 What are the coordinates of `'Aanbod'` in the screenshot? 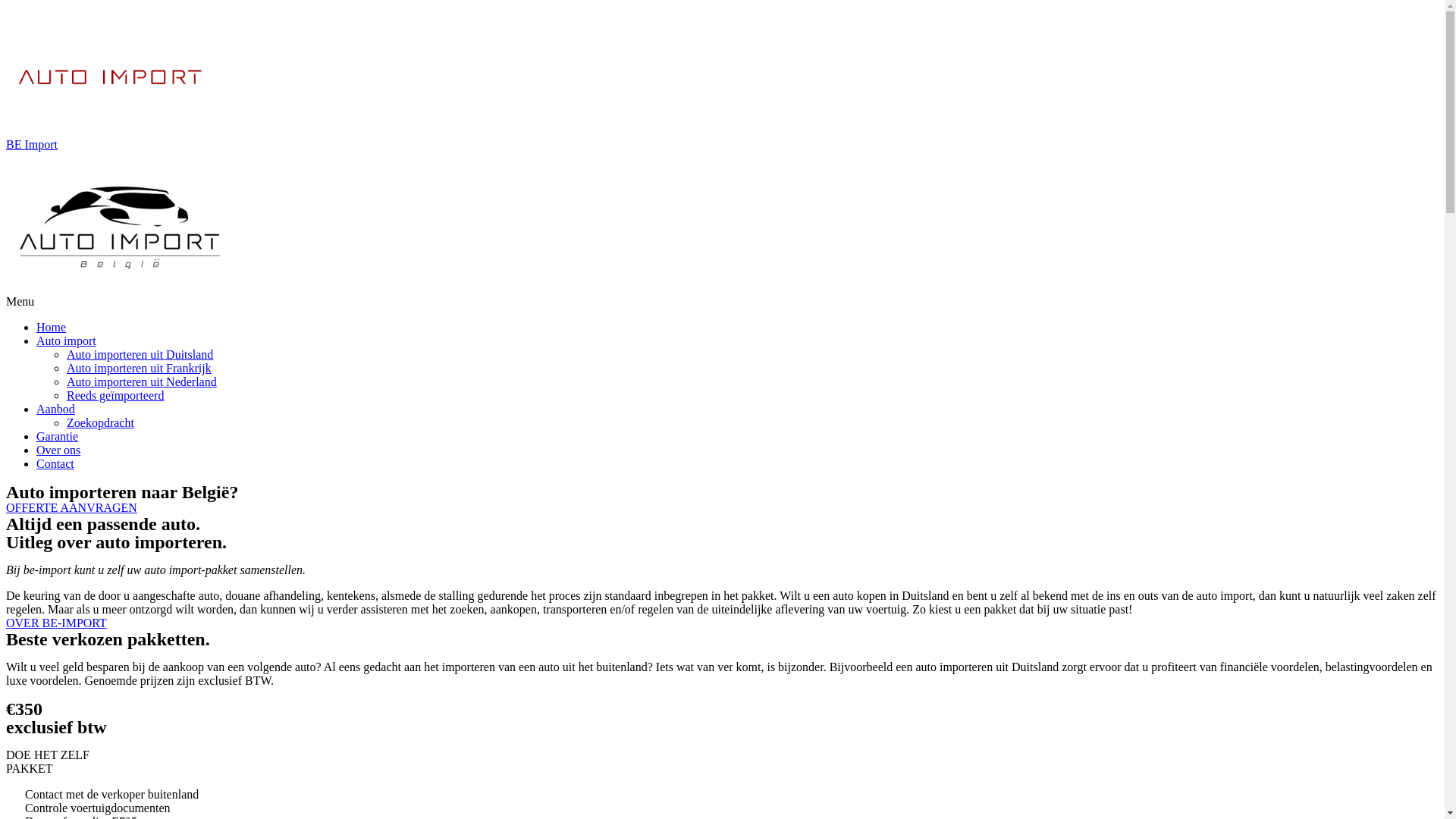 It's located at (55, 408).